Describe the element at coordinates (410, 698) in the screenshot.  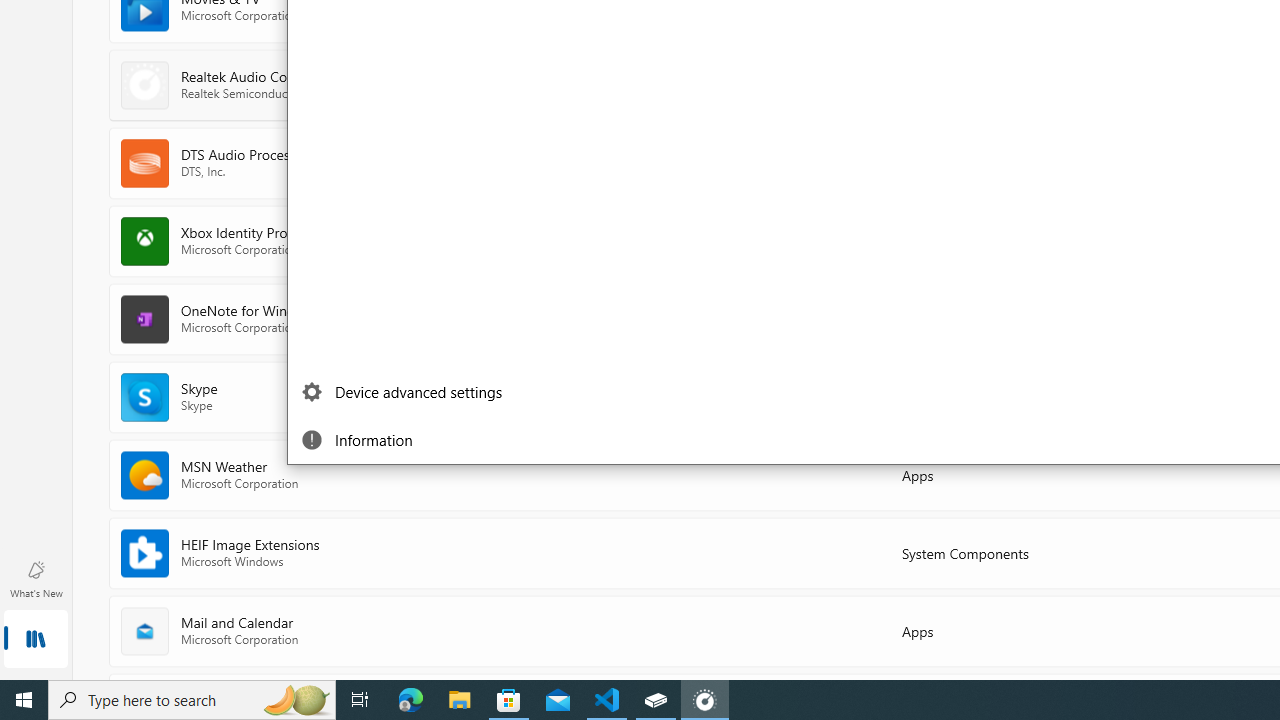
I see `'Microsoft Edge'` at that location.